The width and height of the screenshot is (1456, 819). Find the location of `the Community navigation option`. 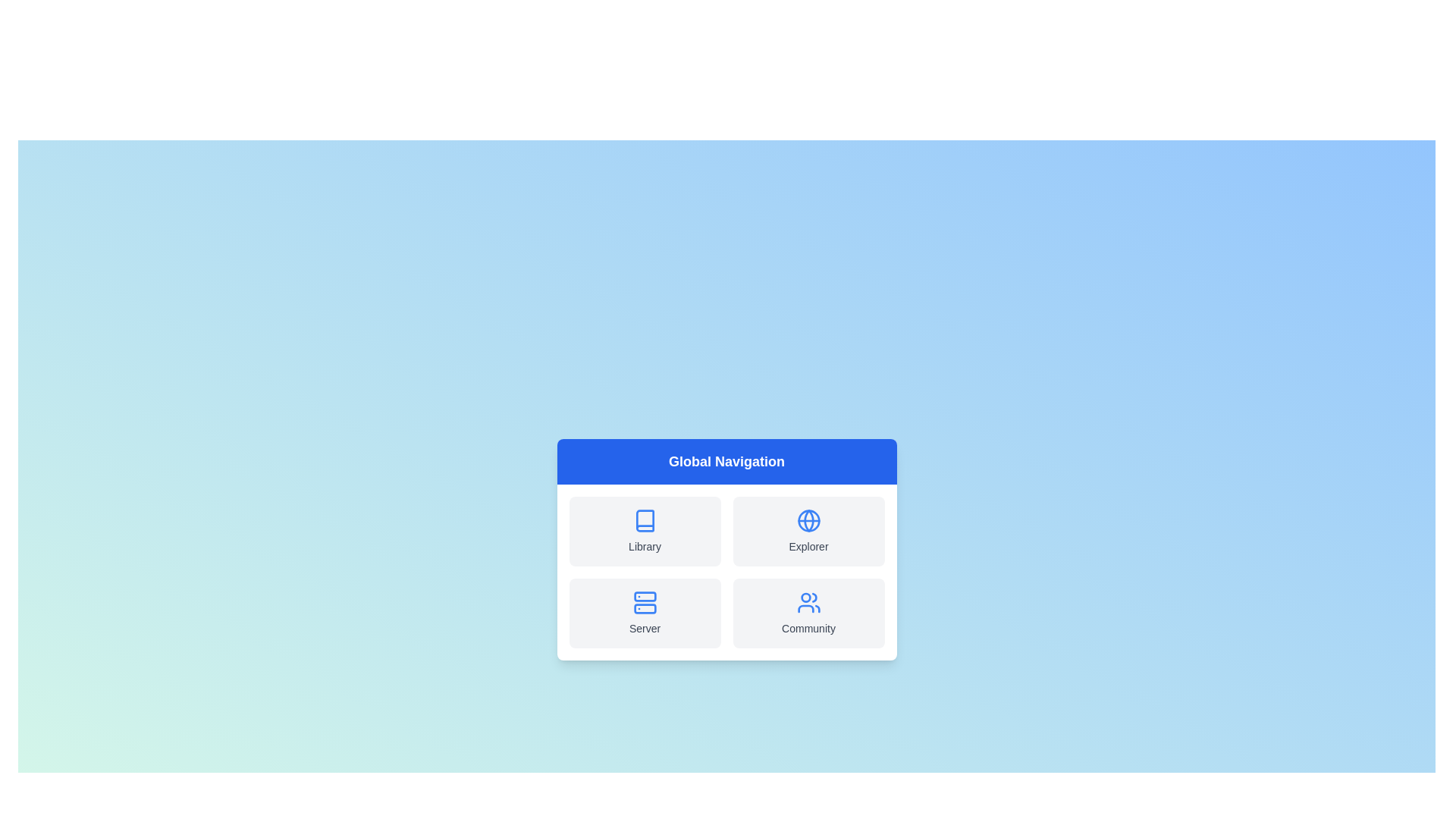

the Community navigation option is located at coordinates (808, 613).